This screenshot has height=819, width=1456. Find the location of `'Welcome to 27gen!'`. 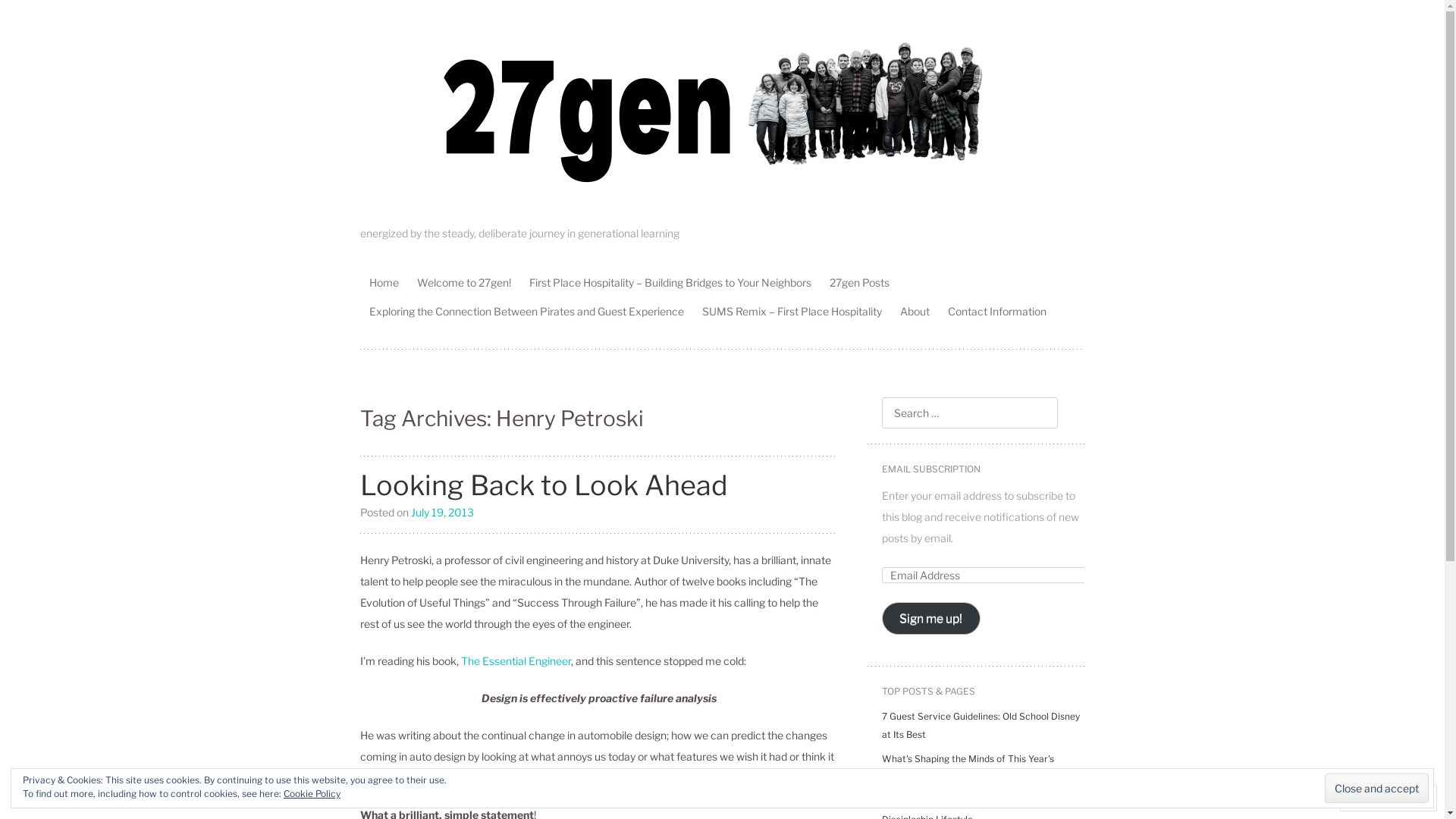

'Welcome to 27gen!' is located at coordinates (463, 281).